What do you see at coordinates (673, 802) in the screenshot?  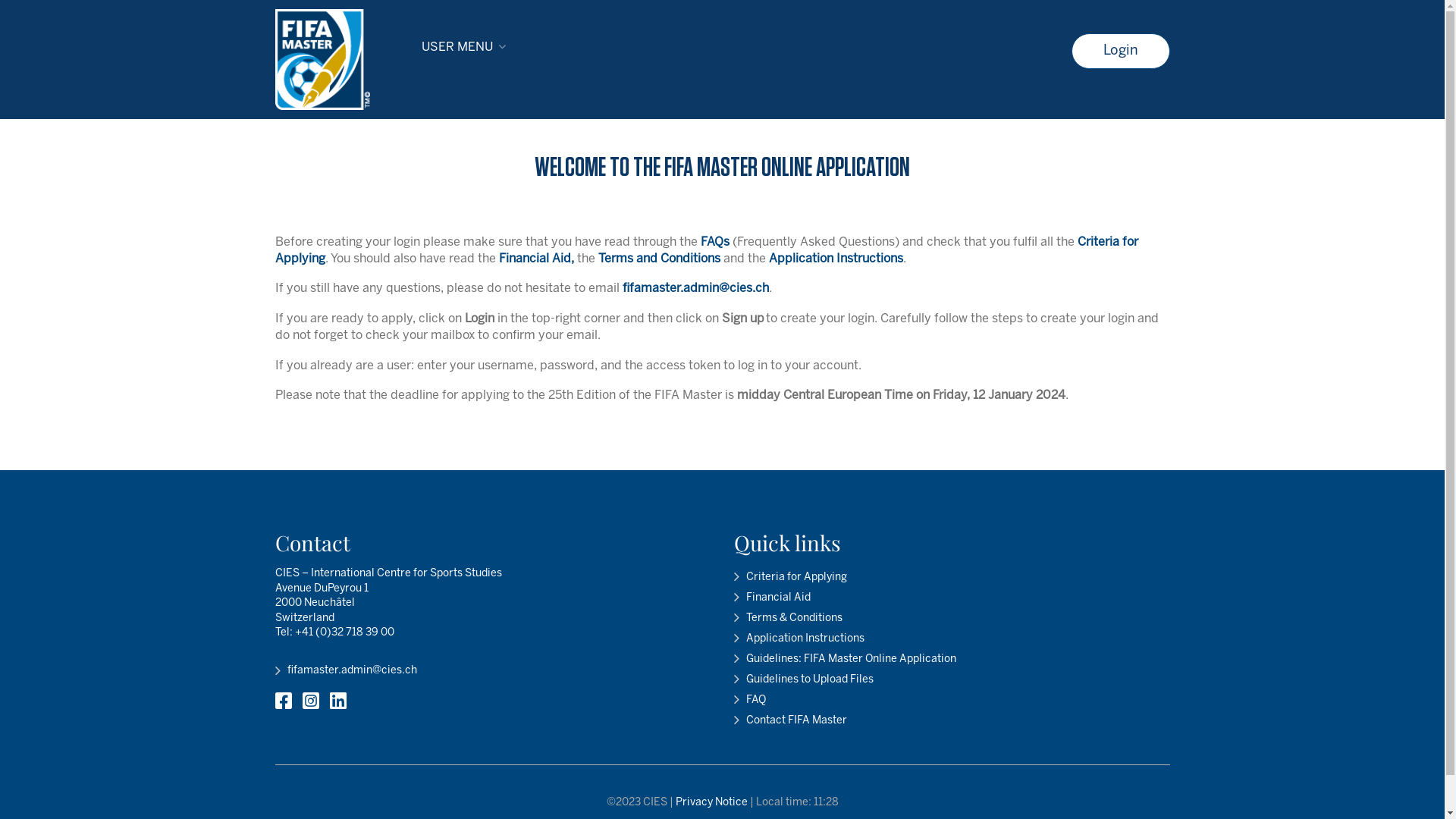 I see `'Privacy Notice'` at bounding box center [673, 802].